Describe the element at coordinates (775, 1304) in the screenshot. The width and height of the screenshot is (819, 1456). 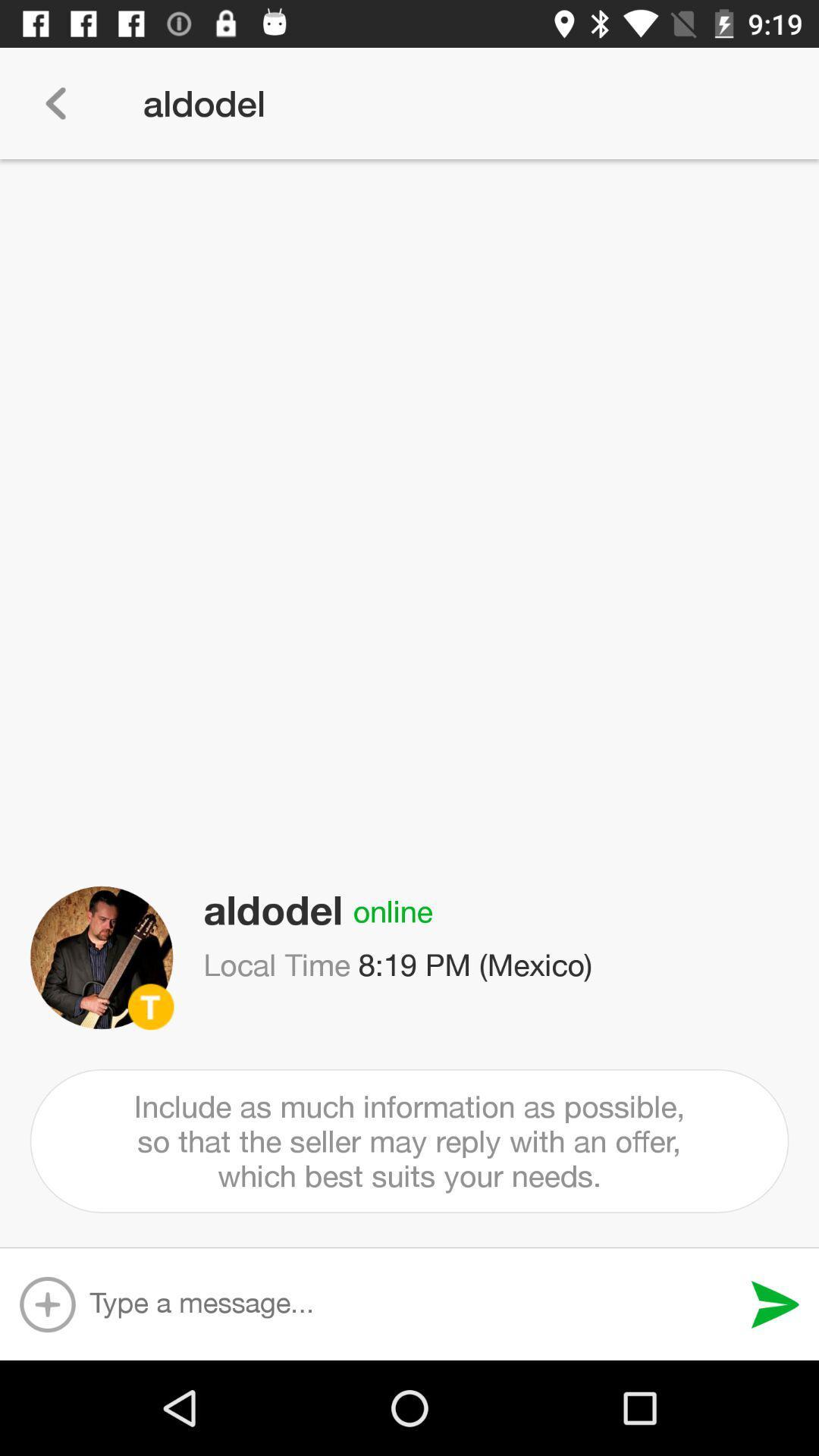
I see `the send icon` at that location.